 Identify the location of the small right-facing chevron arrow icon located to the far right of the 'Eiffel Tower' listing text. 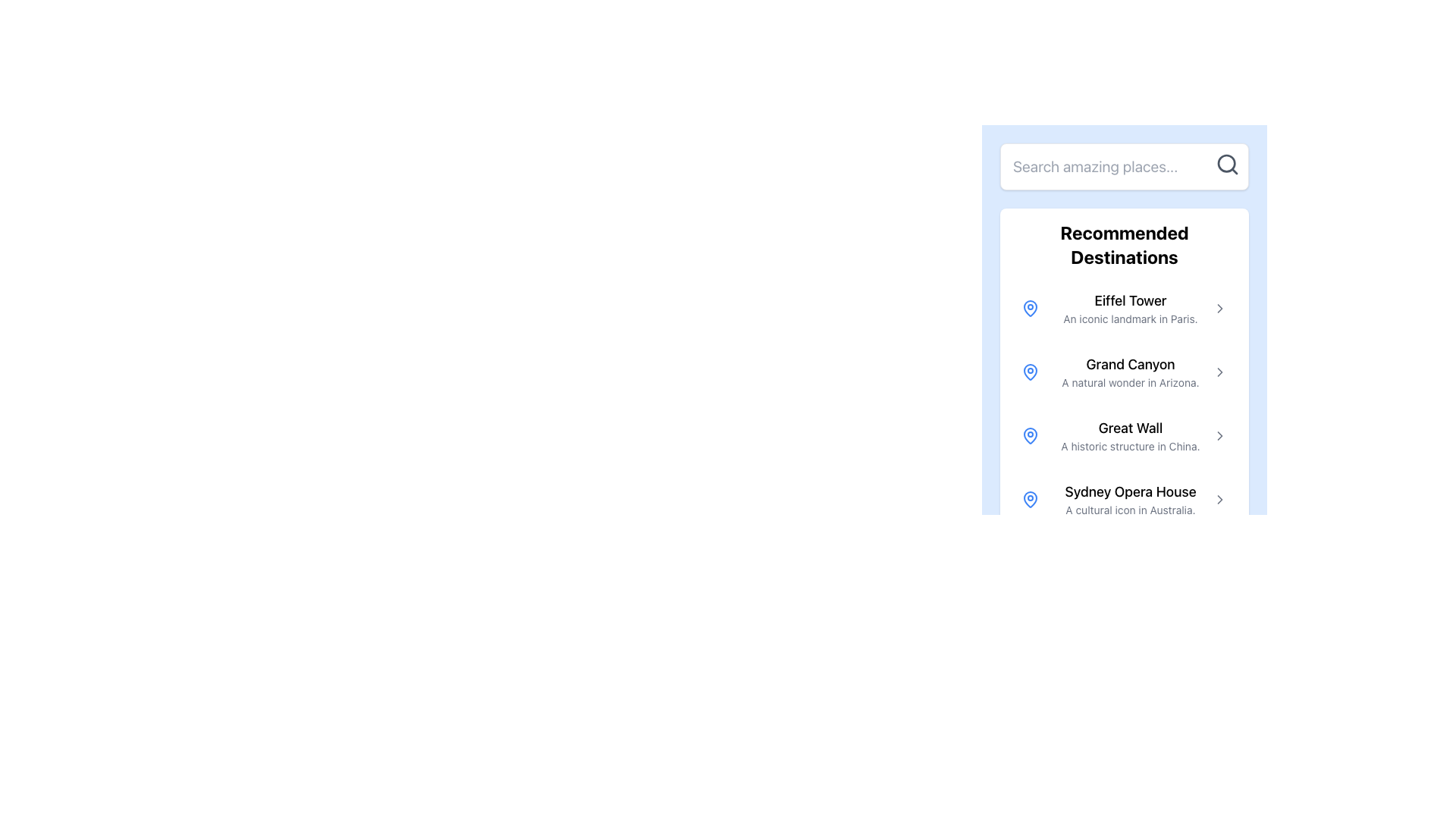
(1219, 308).